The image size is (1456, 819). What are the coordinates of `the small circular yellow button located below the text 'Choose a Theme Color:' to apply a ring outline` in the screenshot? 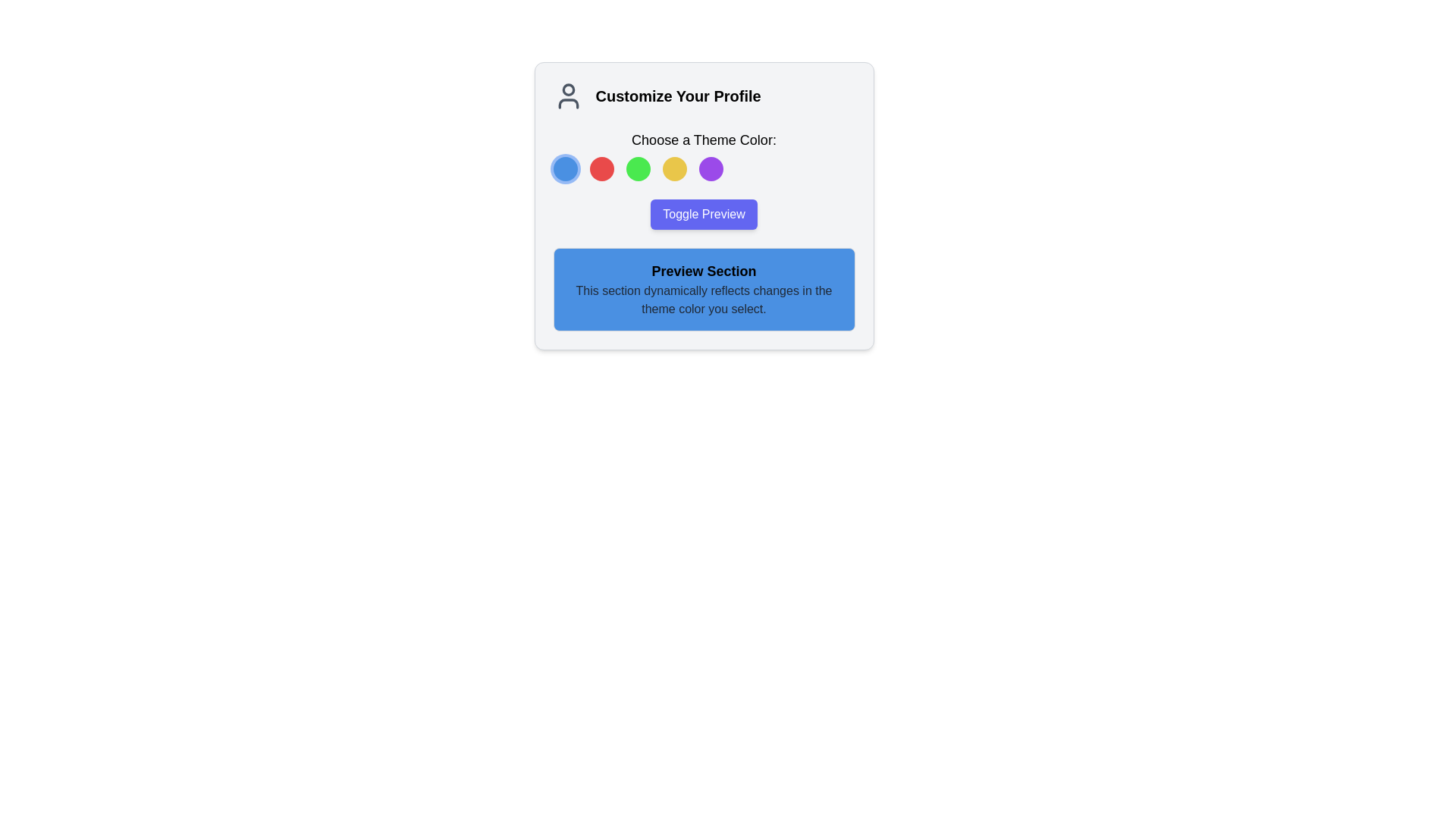 It's located at (673, 169).